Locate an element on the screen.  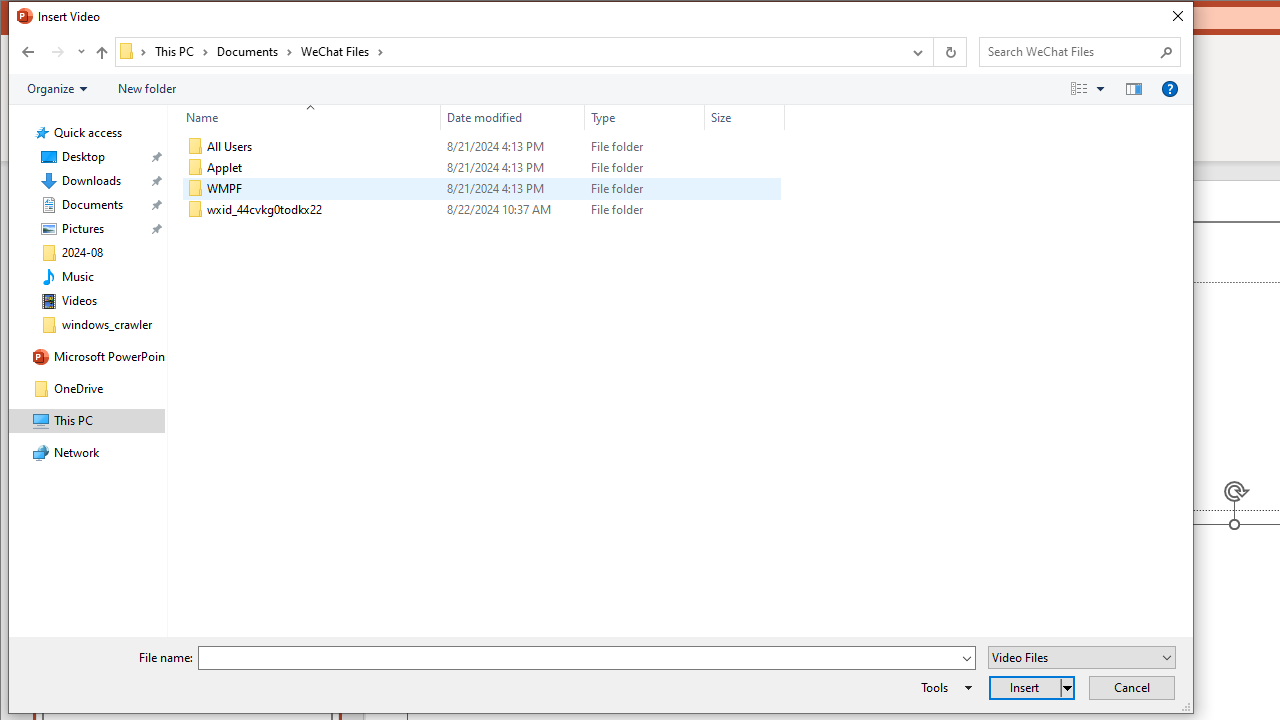
'File name:' is located at coordinates (578, 658).